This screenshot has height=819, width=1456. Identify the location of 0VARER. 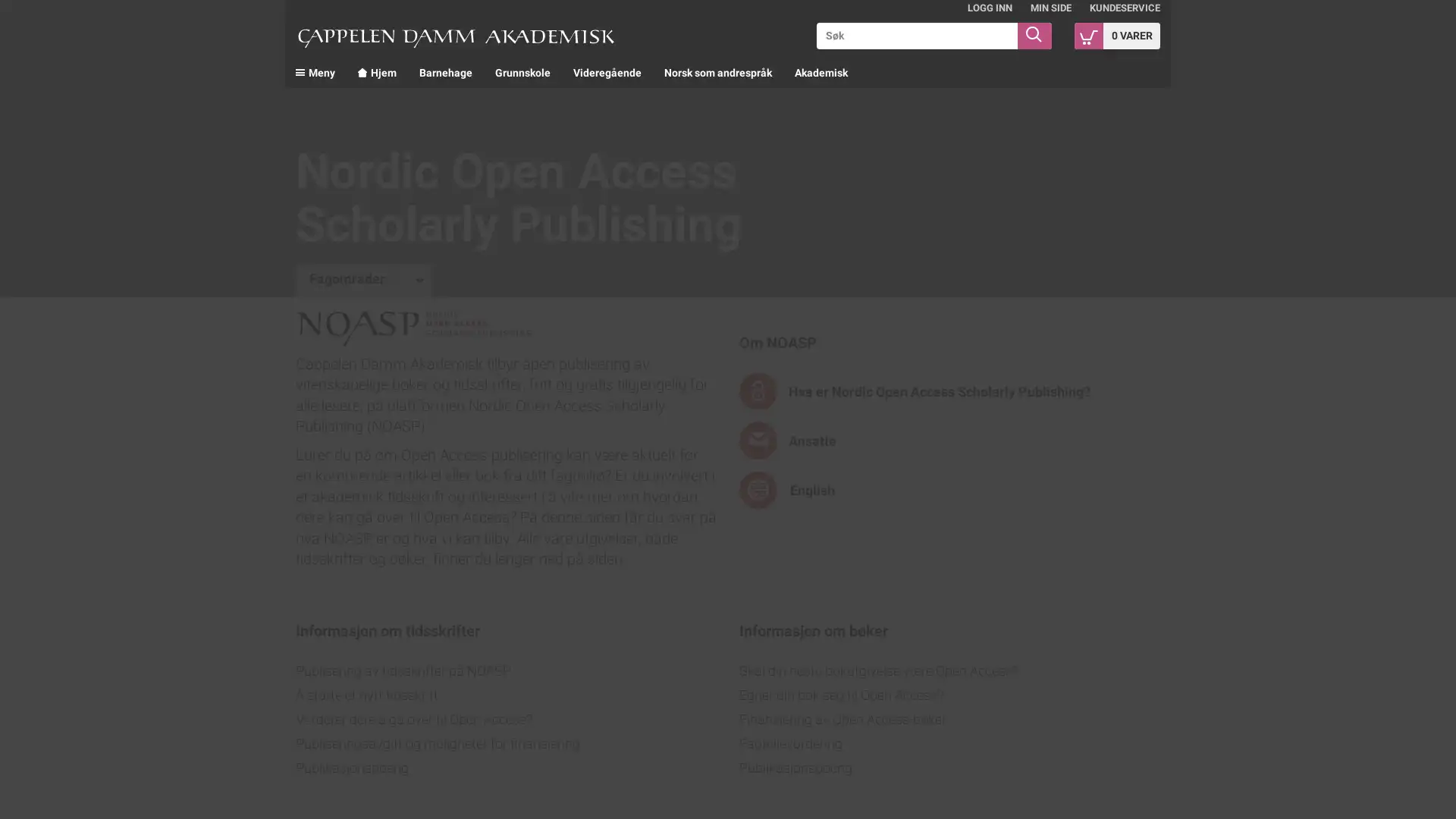
(1117, 34).